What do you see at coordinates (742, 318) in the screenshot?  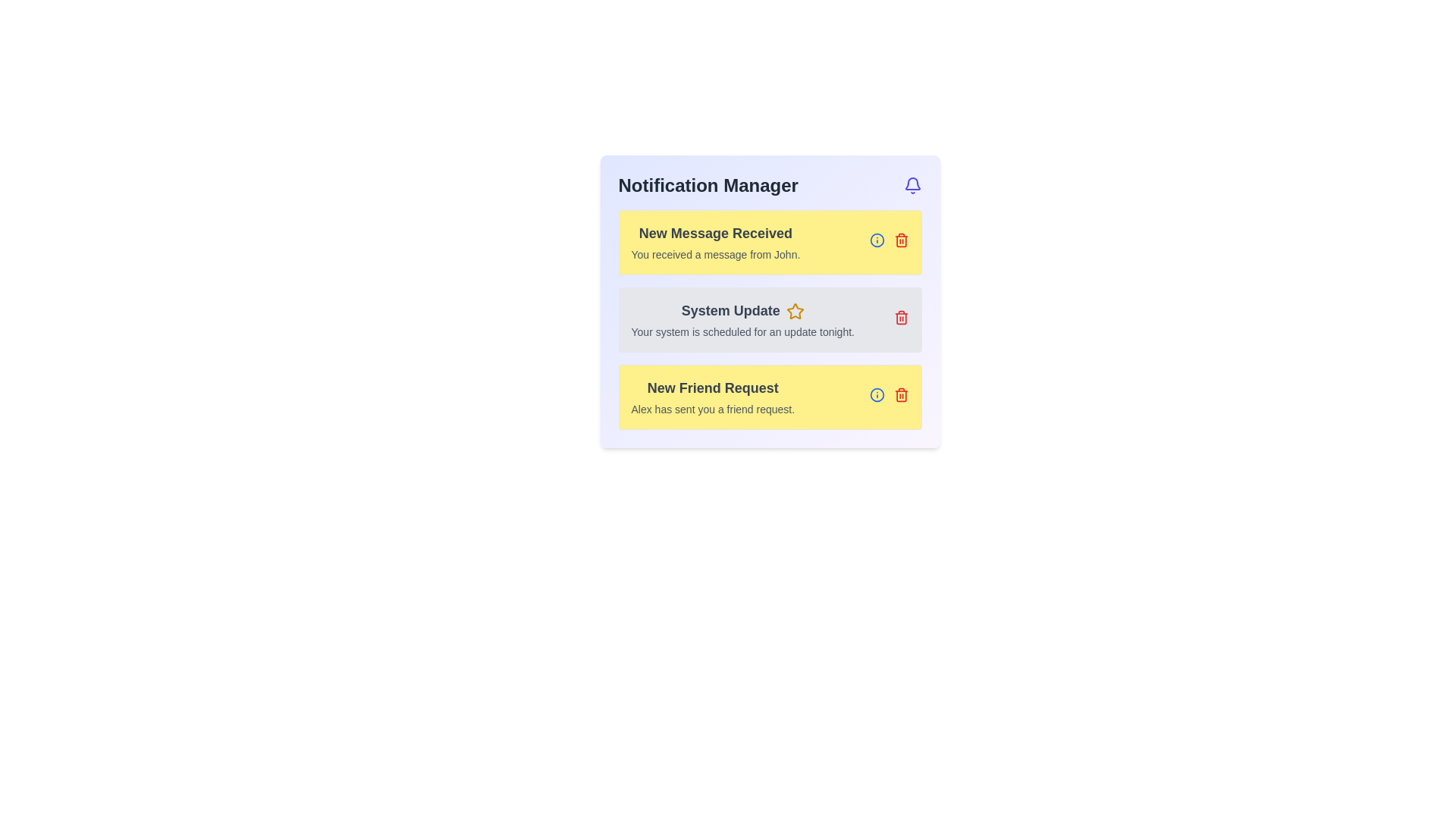 I see `the notification card that informs the user about an upcoming system update, located in the center of the notification manager interface` at bounding box center [742, 318].